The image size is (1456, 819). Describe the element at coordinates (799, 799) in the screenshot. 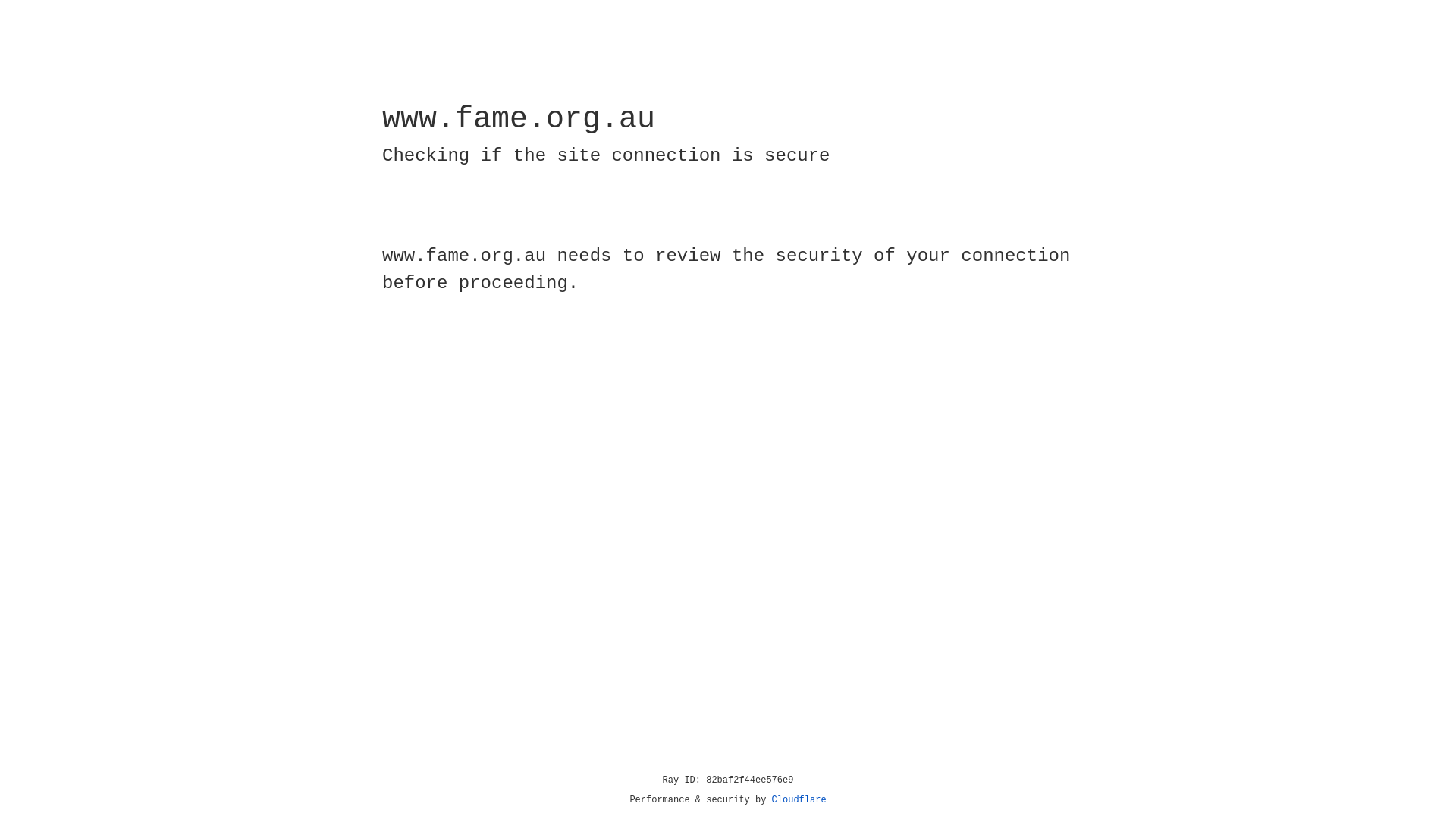

I see `'Cloudflare'` at that location.